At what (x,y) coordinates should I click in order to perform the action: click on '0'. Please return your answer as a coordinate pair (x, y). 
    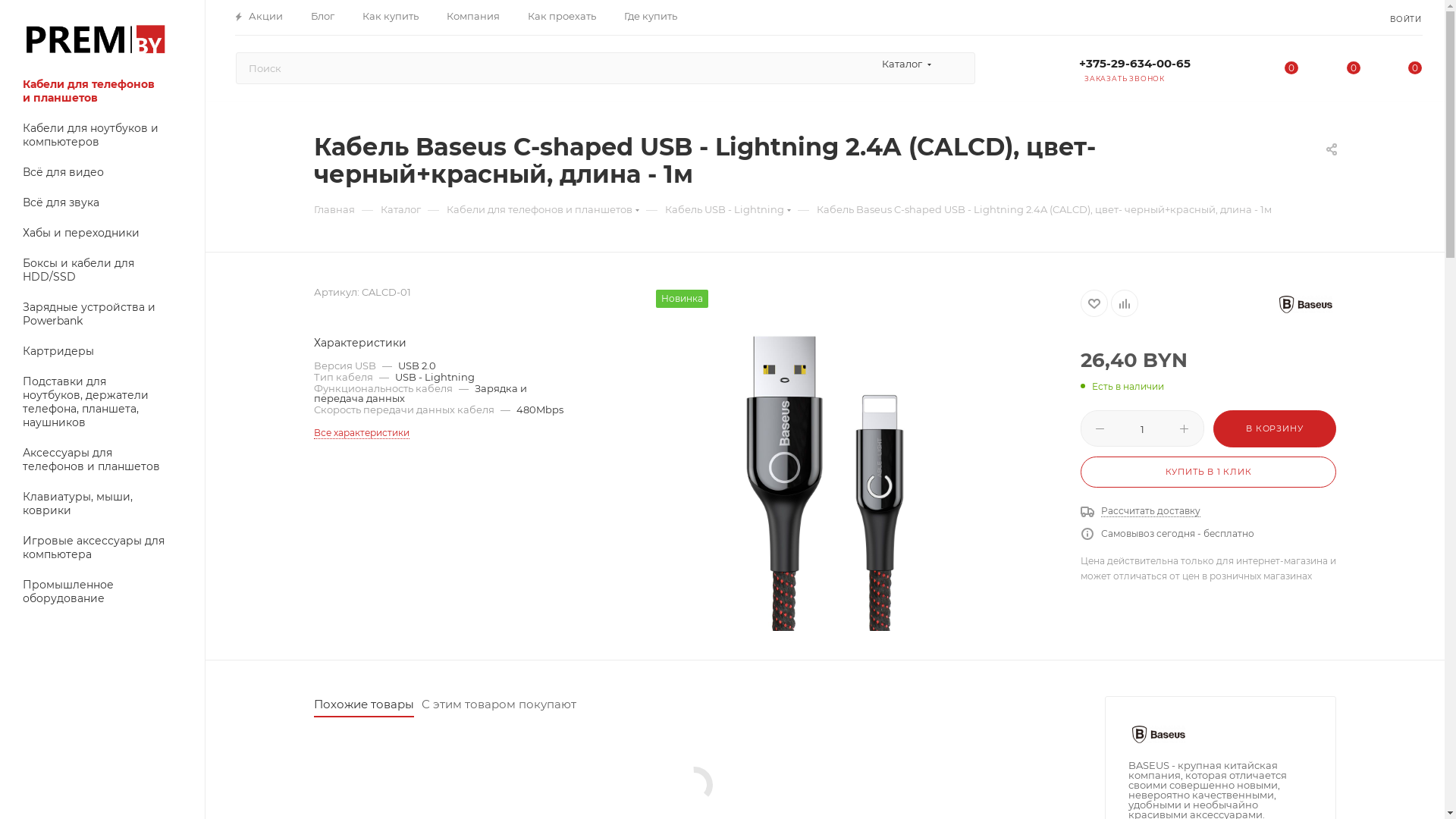
    Looking at the image, I should click on (1313, 70).